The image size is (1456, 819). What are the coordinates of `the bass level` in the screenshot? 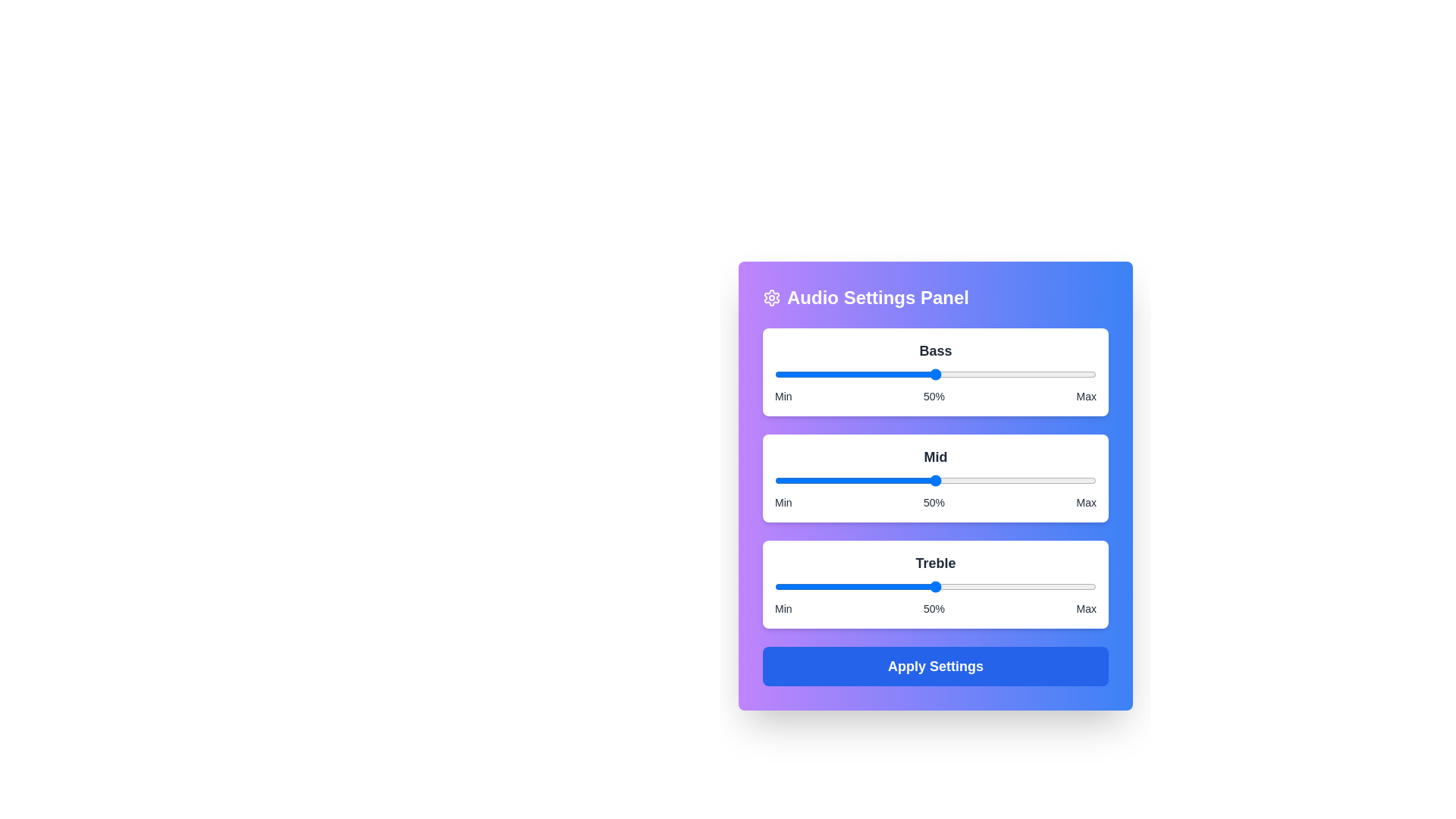 It's located at (1053, 374).